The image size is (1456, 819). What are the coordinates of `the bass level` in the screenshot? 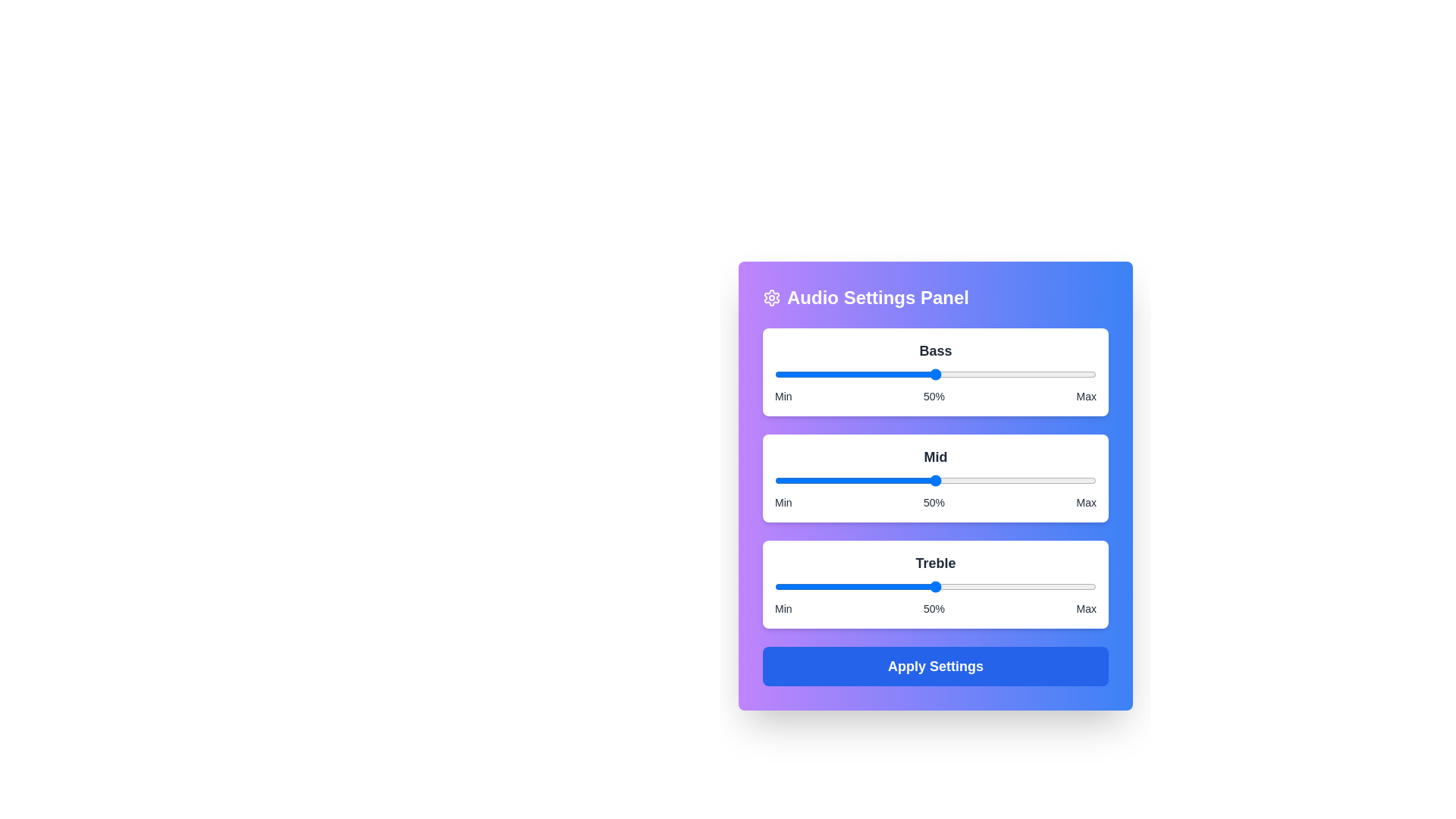 It's located at (1053, 374).